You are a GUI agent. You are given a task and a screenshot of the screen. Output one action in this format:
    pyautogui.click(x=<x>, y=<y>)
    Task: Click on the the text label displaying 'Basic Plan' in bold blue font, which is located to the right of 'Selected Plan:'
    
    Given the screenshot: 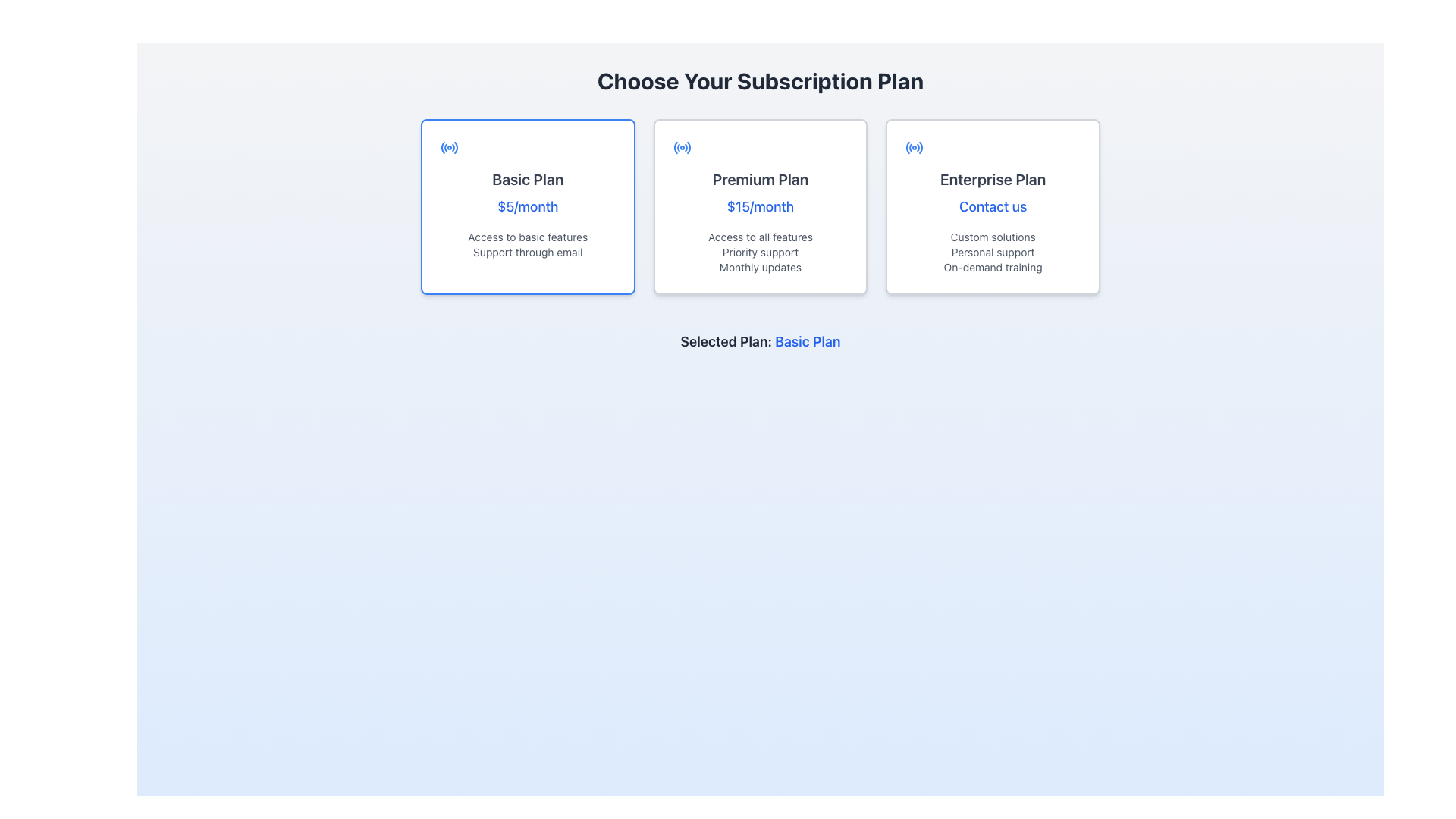 What is the action you would take?
    pyautogui.click(x=807, y=341)
    